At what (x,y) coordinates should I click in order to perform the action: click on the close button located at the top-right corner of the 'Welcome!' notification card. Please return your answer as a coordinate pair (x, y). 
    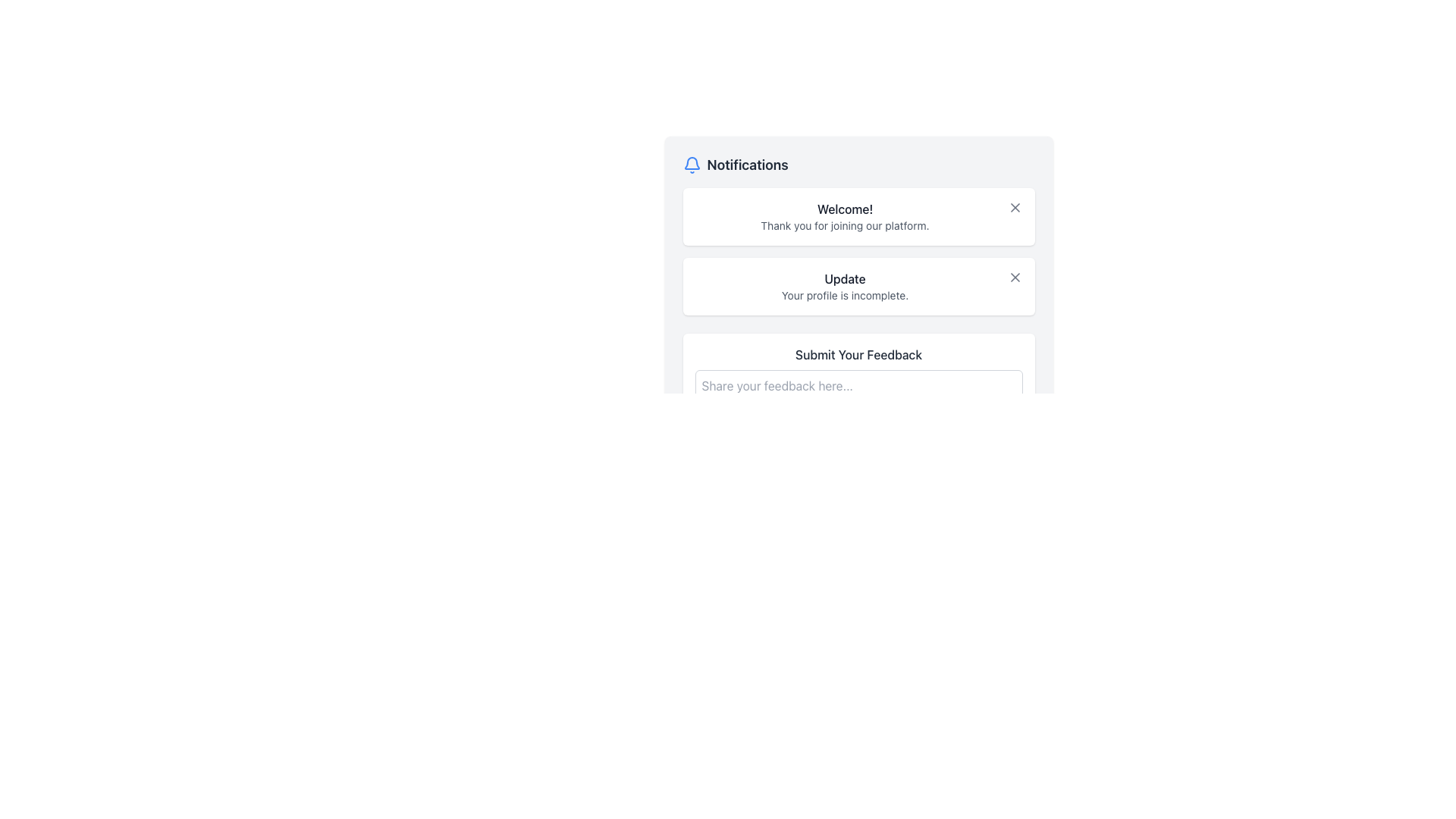
    Looking at the image, I should click on (1015, 207).